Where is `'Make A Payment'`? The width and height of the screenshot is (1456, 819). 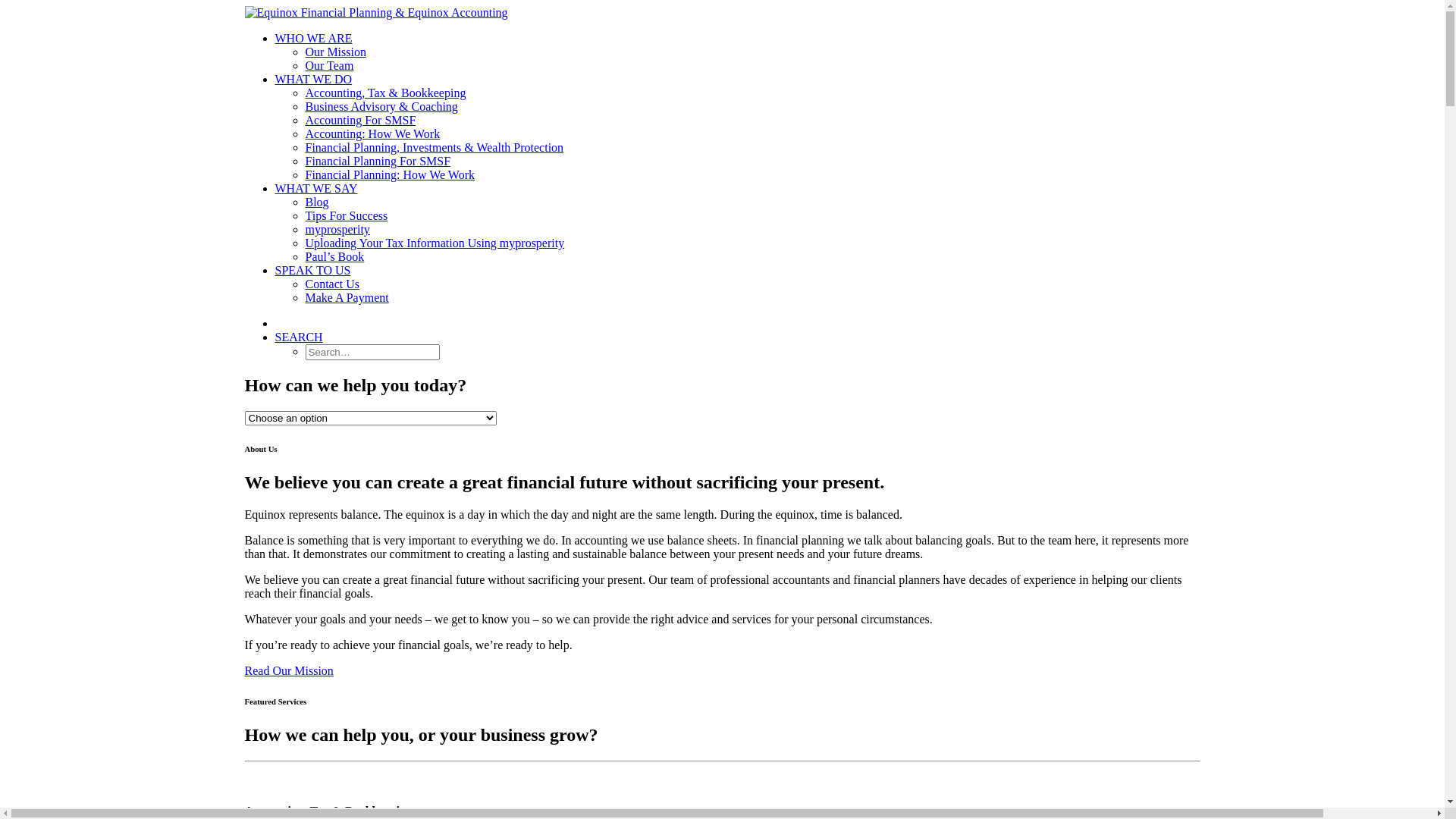
'Make A Payment' is located at coordinates (345, 297).